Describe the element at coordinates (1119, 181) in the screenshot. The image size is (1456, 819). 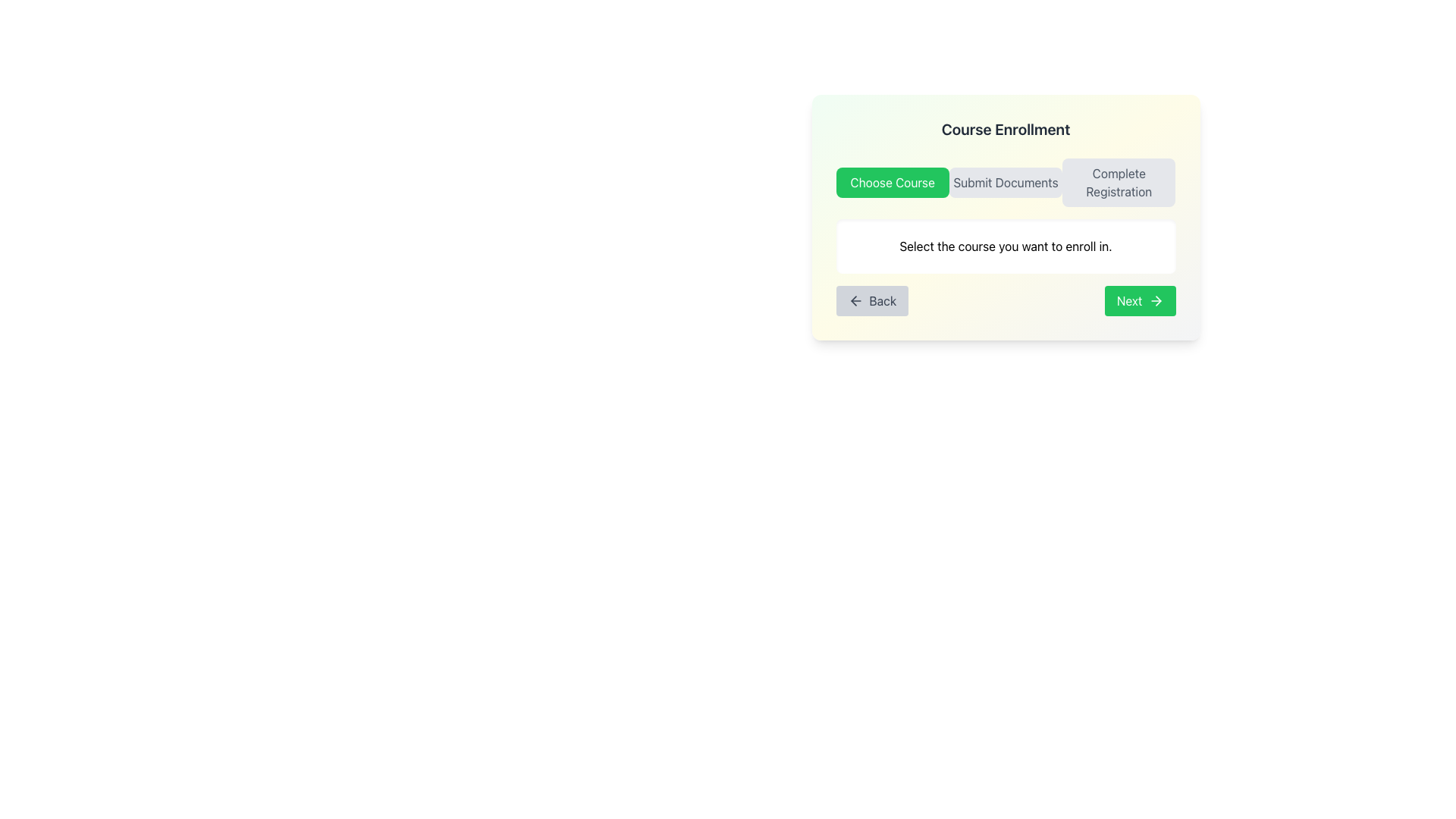
I see `the third button in the Course Enrollment step progression interface` at that location.